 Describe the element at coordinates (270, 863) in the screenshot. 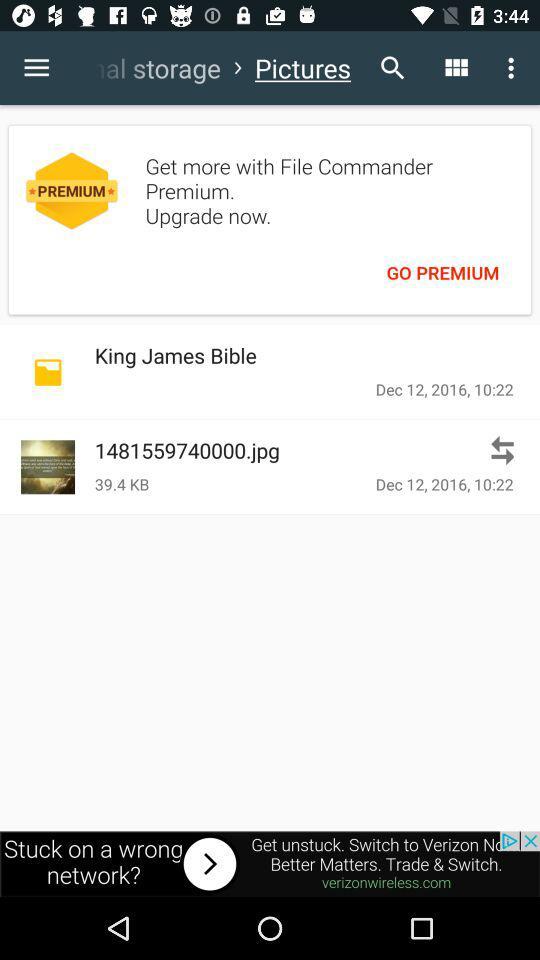

I see `advertising site` at that location.